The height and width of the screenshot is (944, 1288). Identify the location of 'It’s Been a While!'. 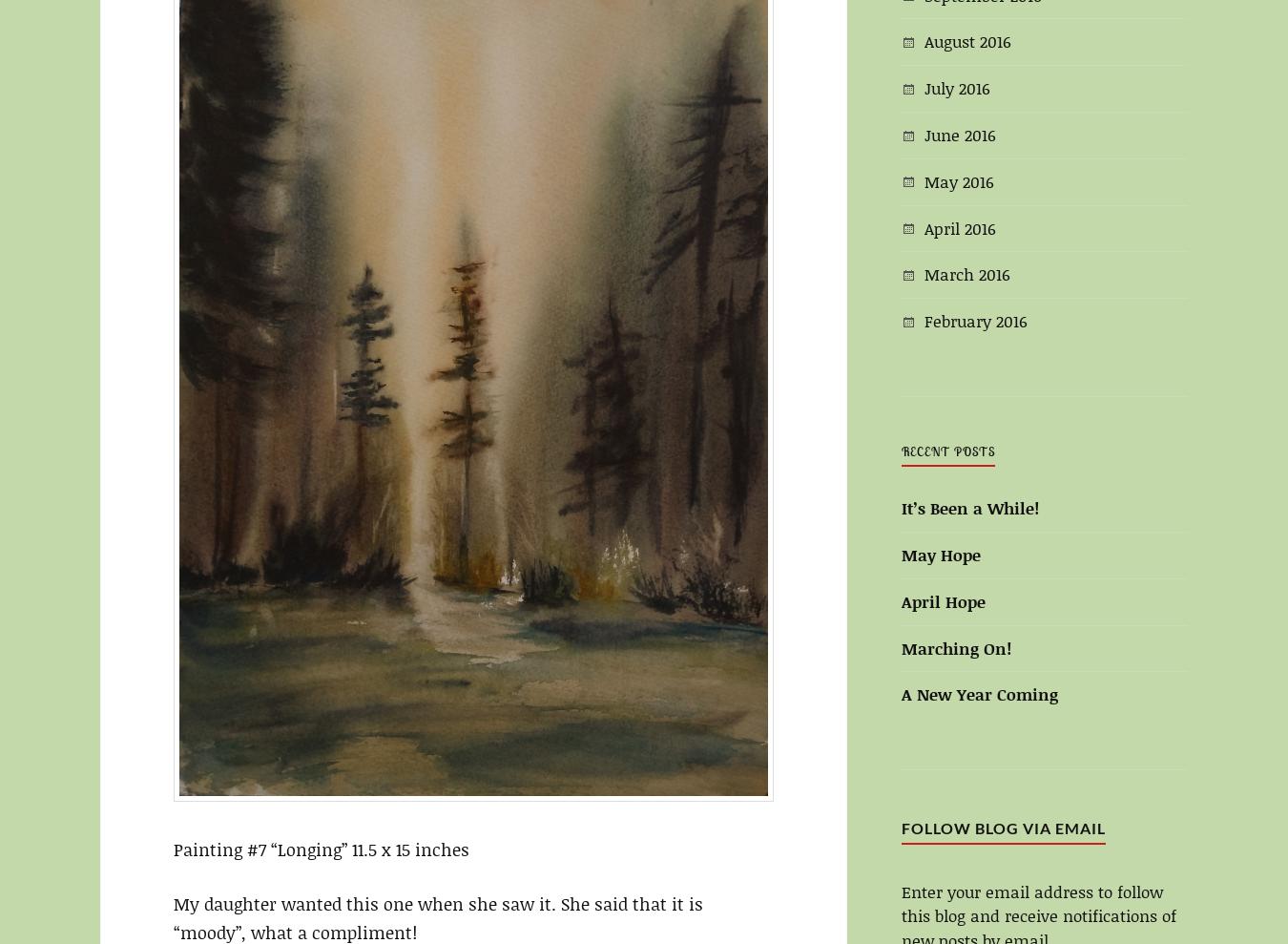
(900, 507).